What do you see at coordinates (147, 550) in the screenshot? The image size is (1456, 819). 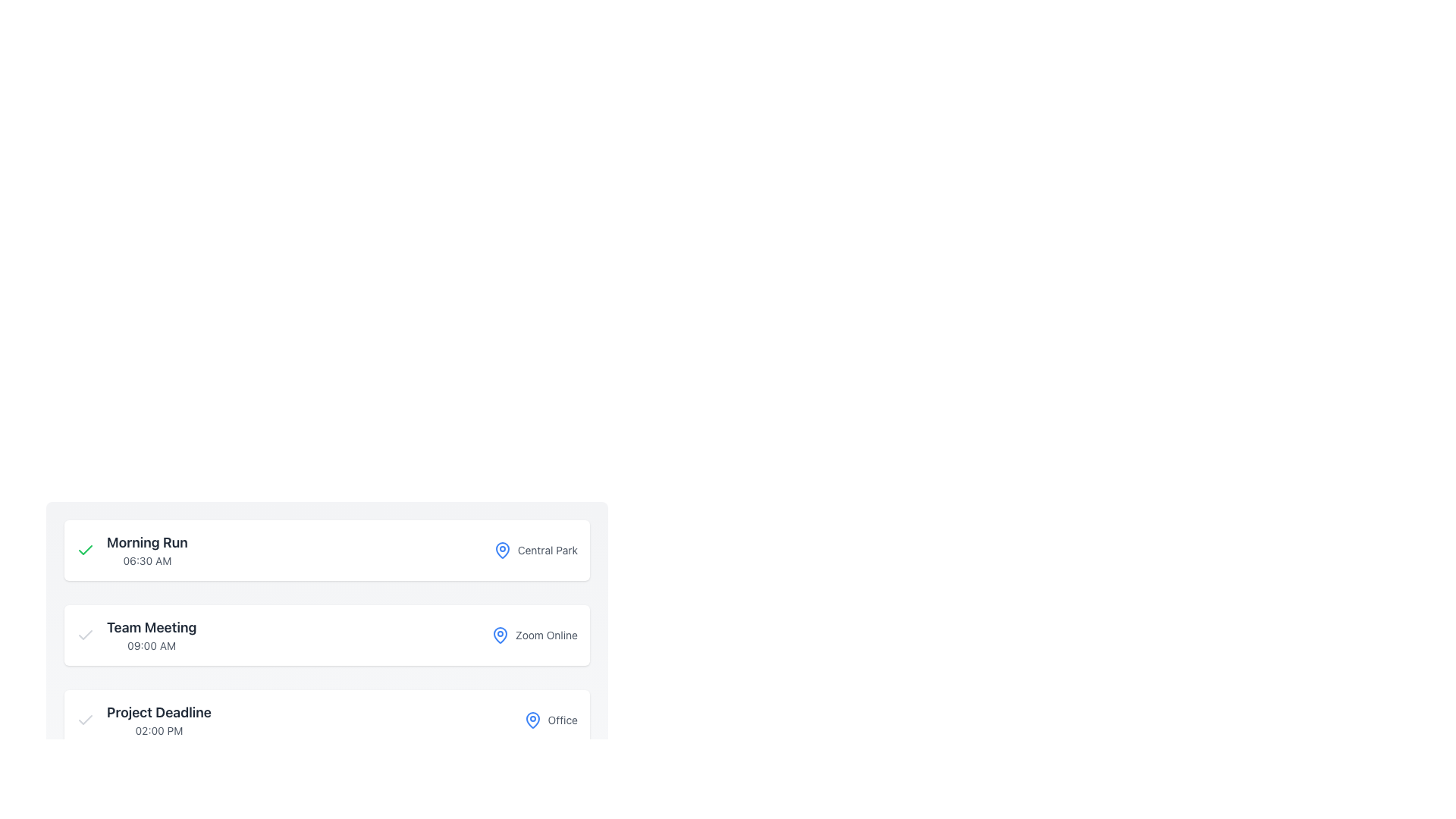 I see `the Text block that indicates the name and scheduled time of the event, positioned in the first row of the list to the right of the checkmark icon` at bounding box center [147, 550].